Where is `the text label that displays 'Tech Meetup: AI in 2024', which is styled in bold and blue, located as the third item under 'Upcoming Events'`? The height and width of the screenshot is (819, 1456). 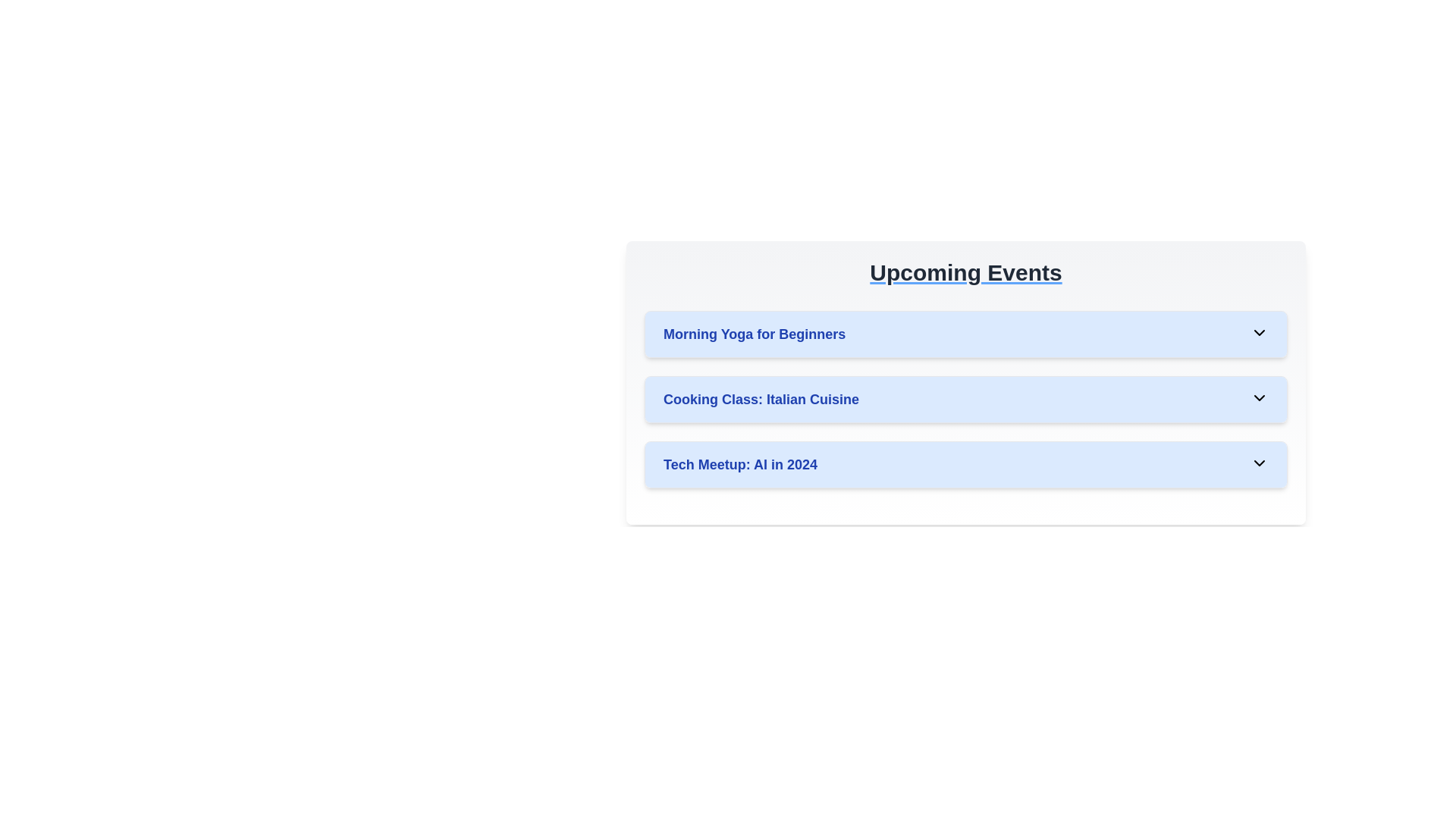 the text label that displays 'Tech Meetup: AI in 2024', which is styled in bold and blue, located as the third item under 'Upcoming Events' is located at coordinates (740, 464).